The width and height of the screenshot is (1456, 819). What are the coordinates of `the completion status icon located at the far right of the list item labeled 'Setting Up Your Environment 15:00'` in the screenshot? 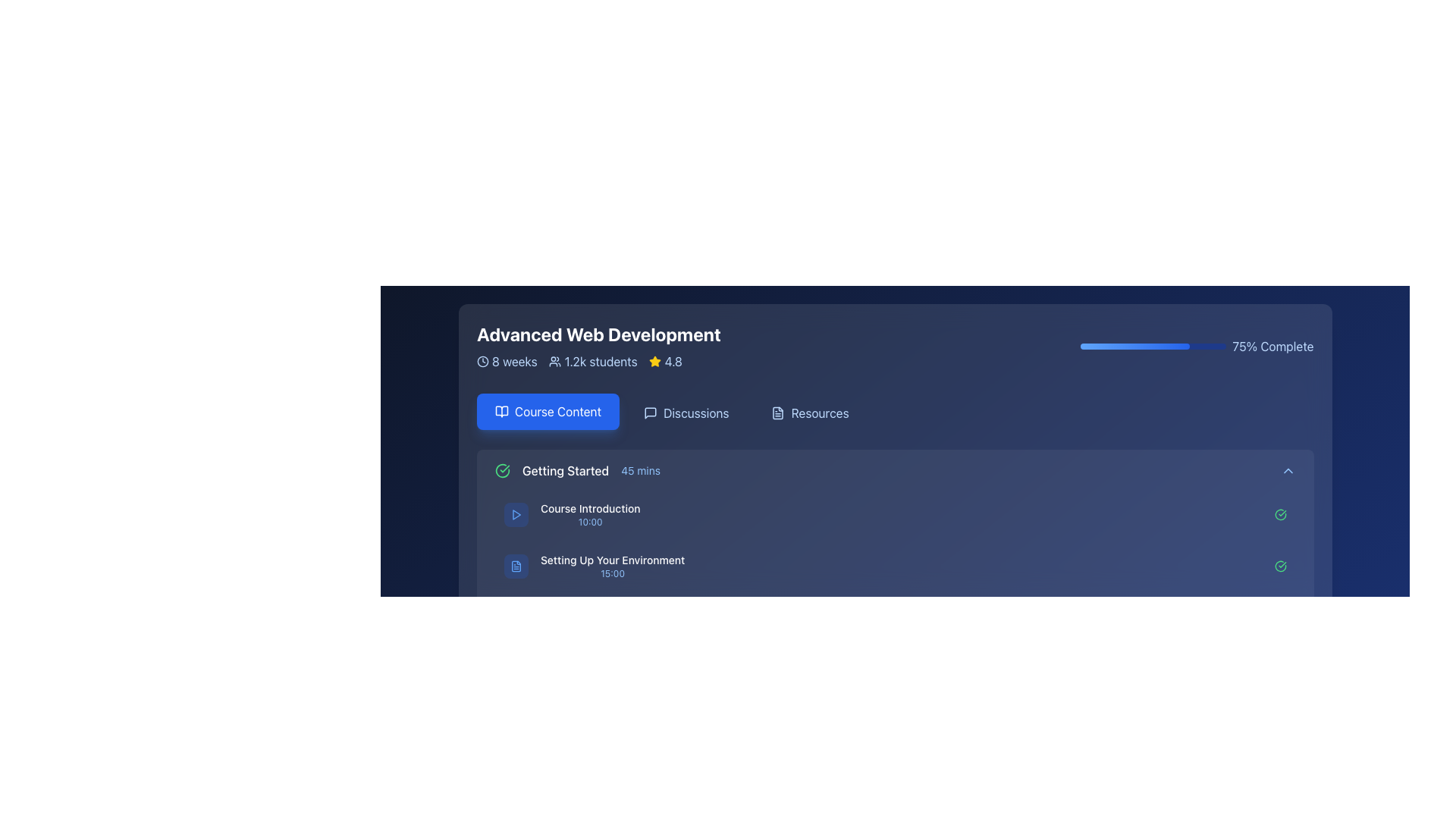 It's located at (1279, 566).